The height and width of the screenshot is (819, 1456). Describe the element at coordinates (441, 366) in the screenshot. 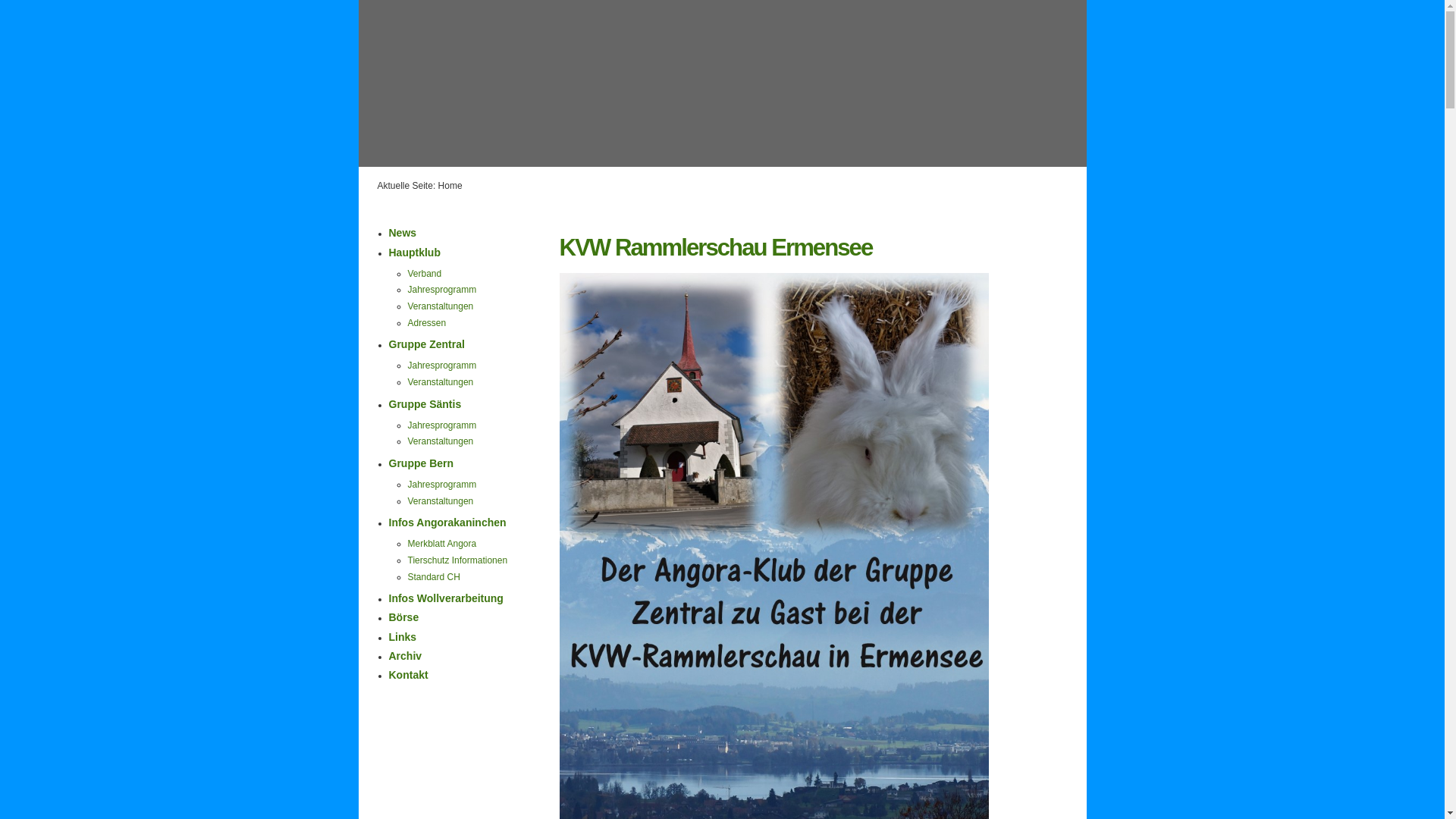

I see `'Jahresprogramm'` at that location.